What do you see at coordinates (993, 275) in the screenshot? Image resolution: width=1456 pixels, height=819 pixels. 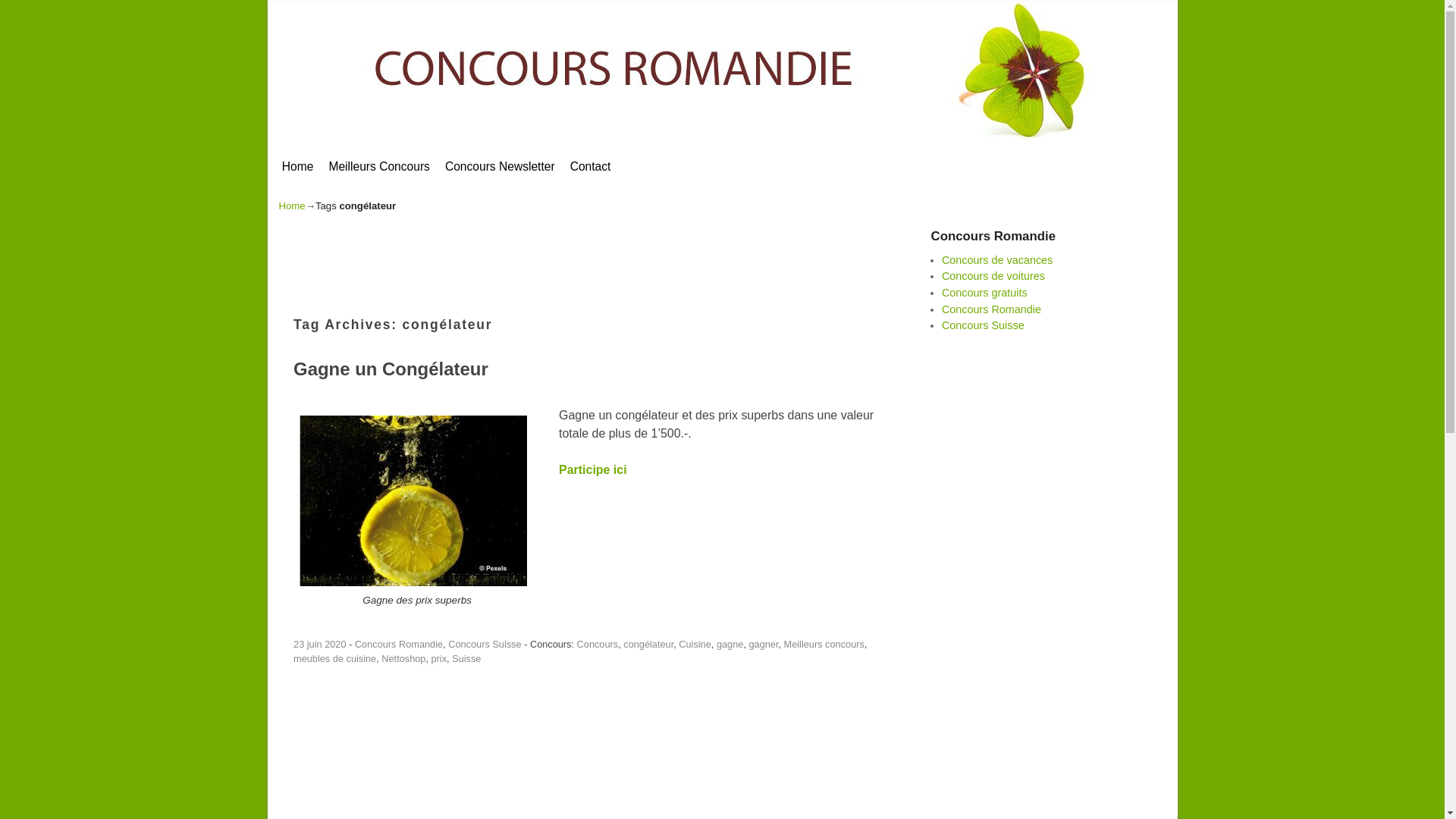 I see `'Concours de voitures'` at bounding box center [993, 275].